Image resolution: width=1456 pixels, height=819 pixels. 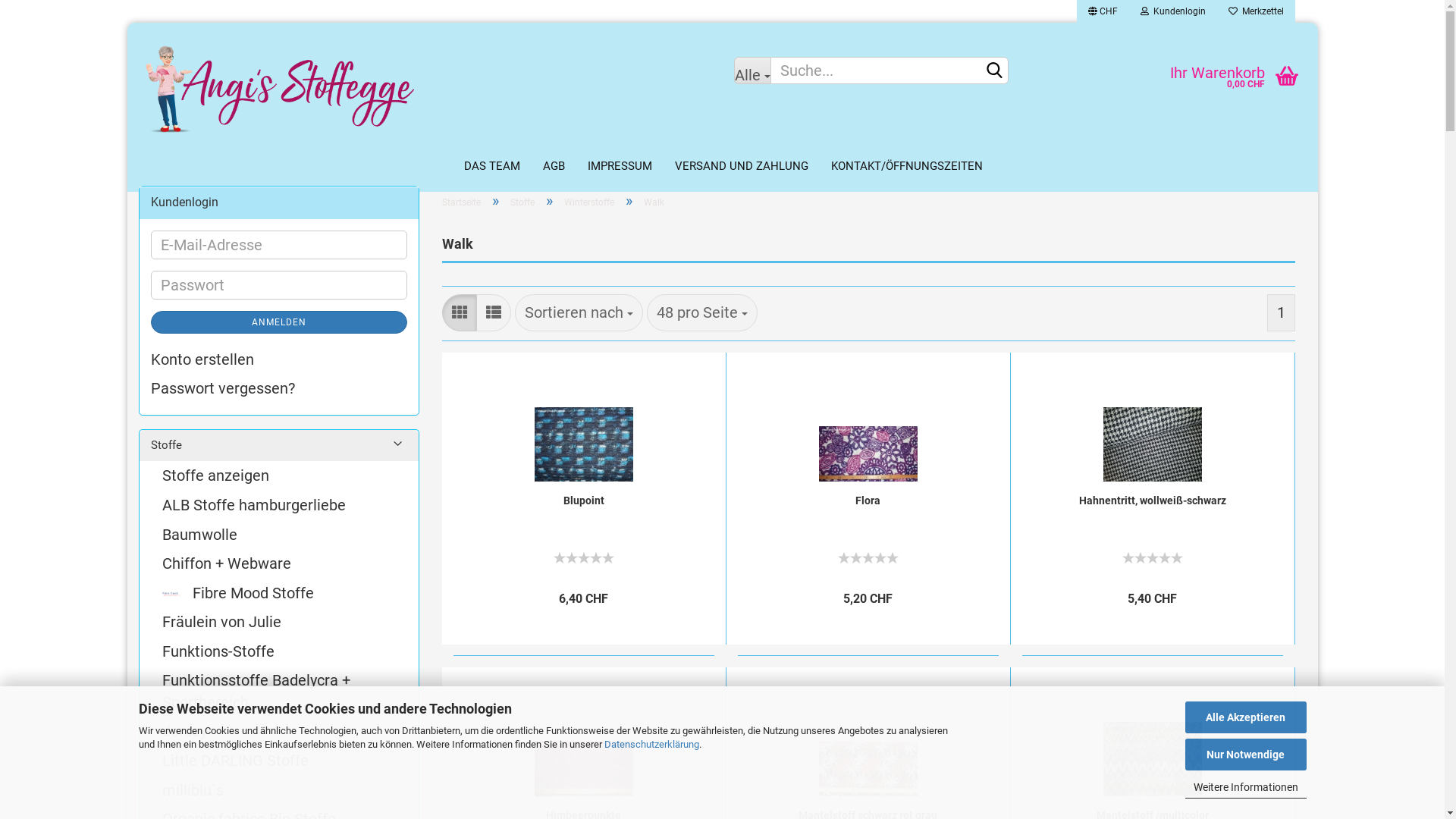 I want to click on 'VERSAND UND ZAHLUNG', so click(x=741, y=166).